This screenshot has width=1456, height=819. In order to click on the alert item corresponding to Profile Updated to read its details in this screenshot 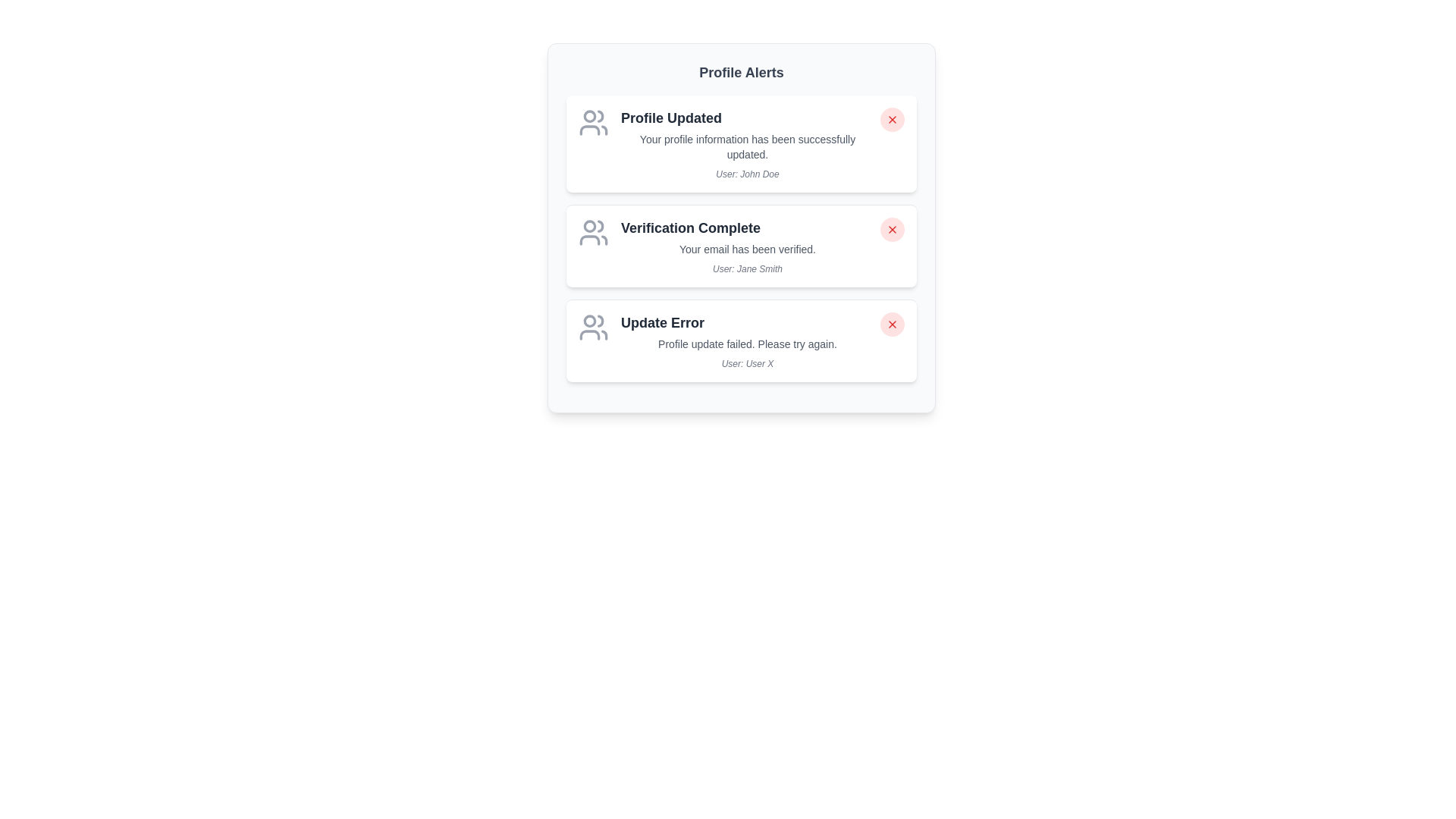, I will do `click(742, 143)`.